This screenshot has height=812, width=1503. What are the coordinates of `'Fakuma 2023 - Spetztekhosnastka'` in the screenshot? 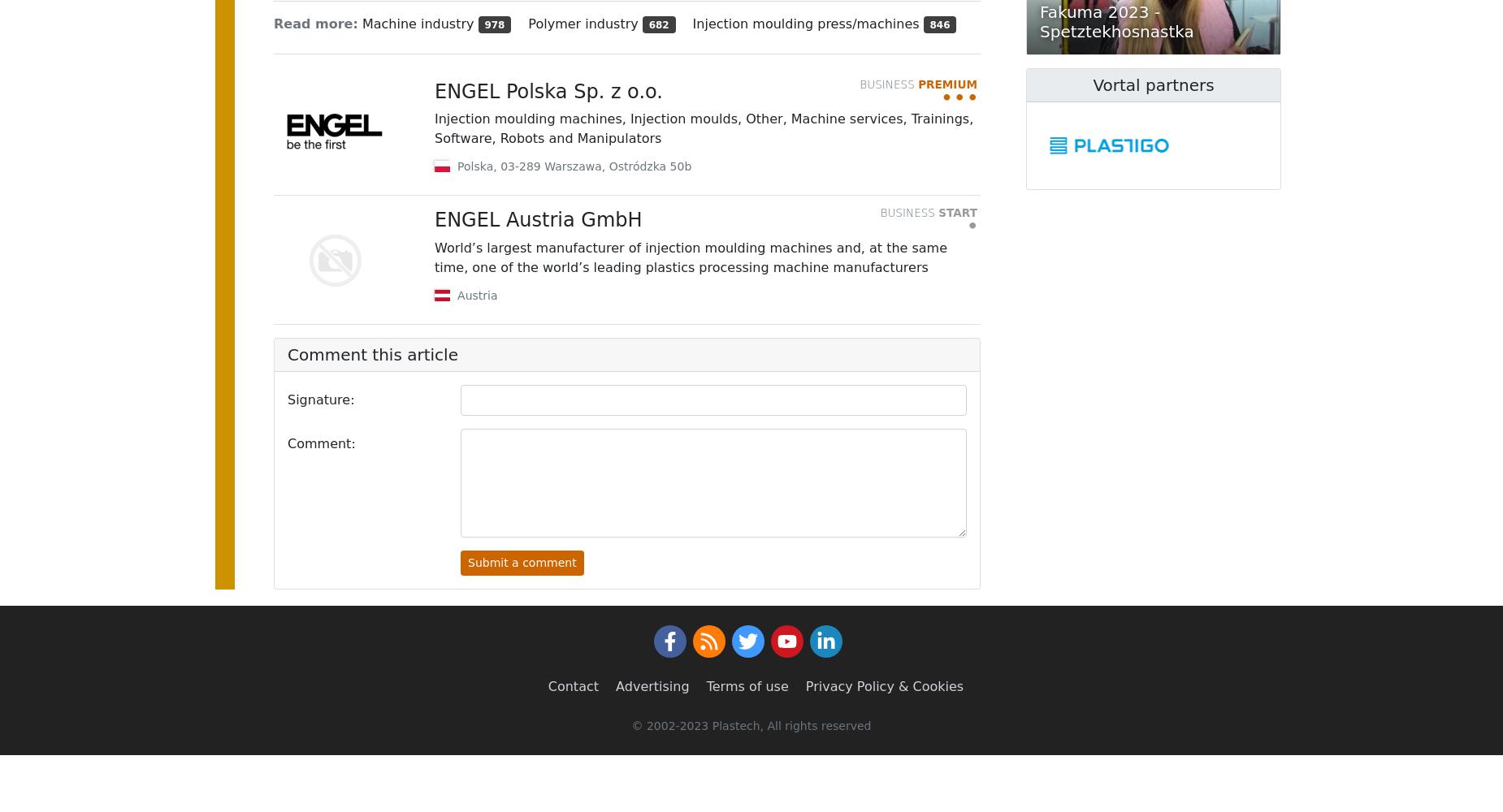 It's located at (1115, 22).